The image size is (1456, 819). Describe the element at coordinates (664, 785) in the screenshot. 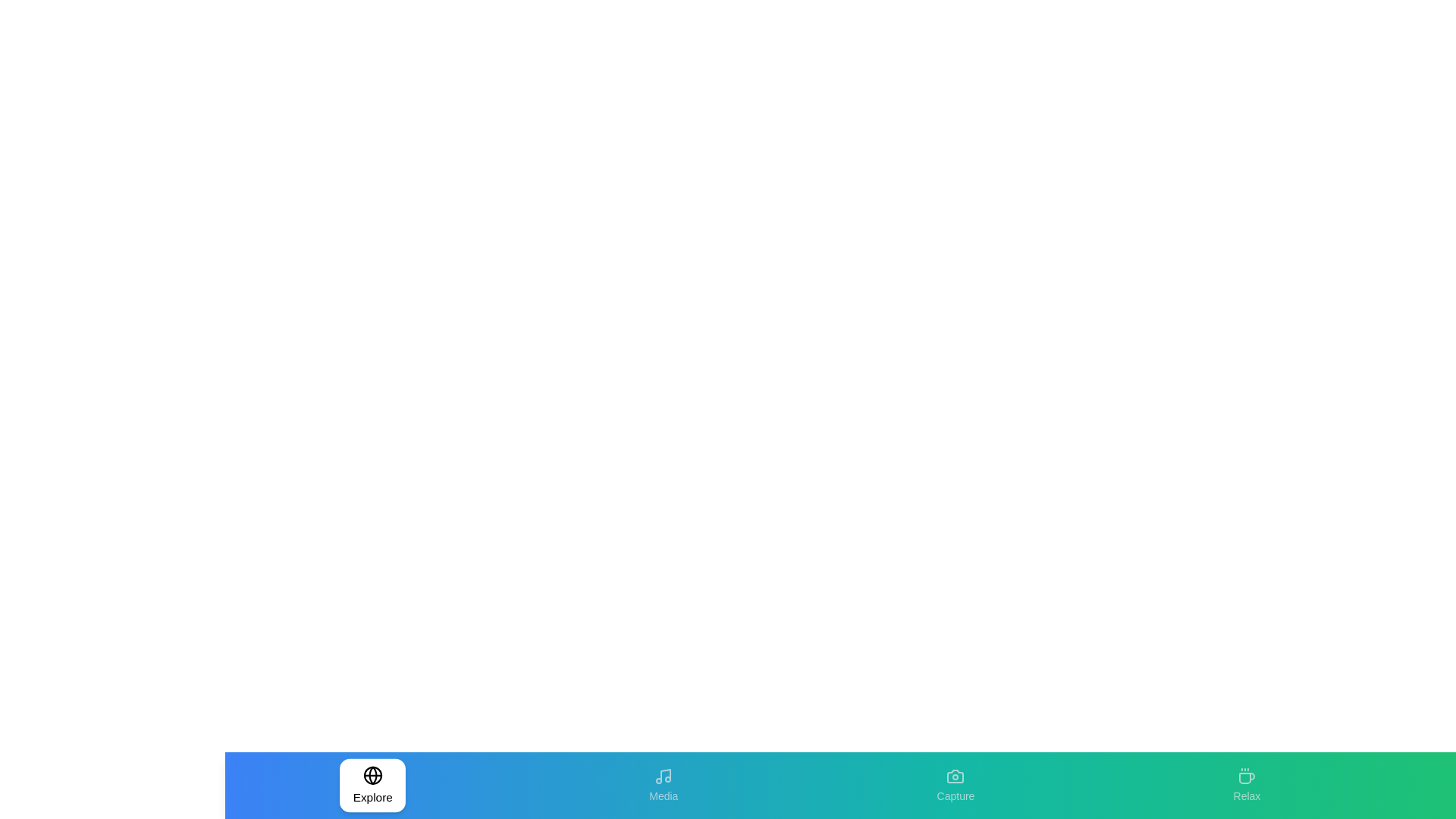

I see `the tab labeled Media` at that location.